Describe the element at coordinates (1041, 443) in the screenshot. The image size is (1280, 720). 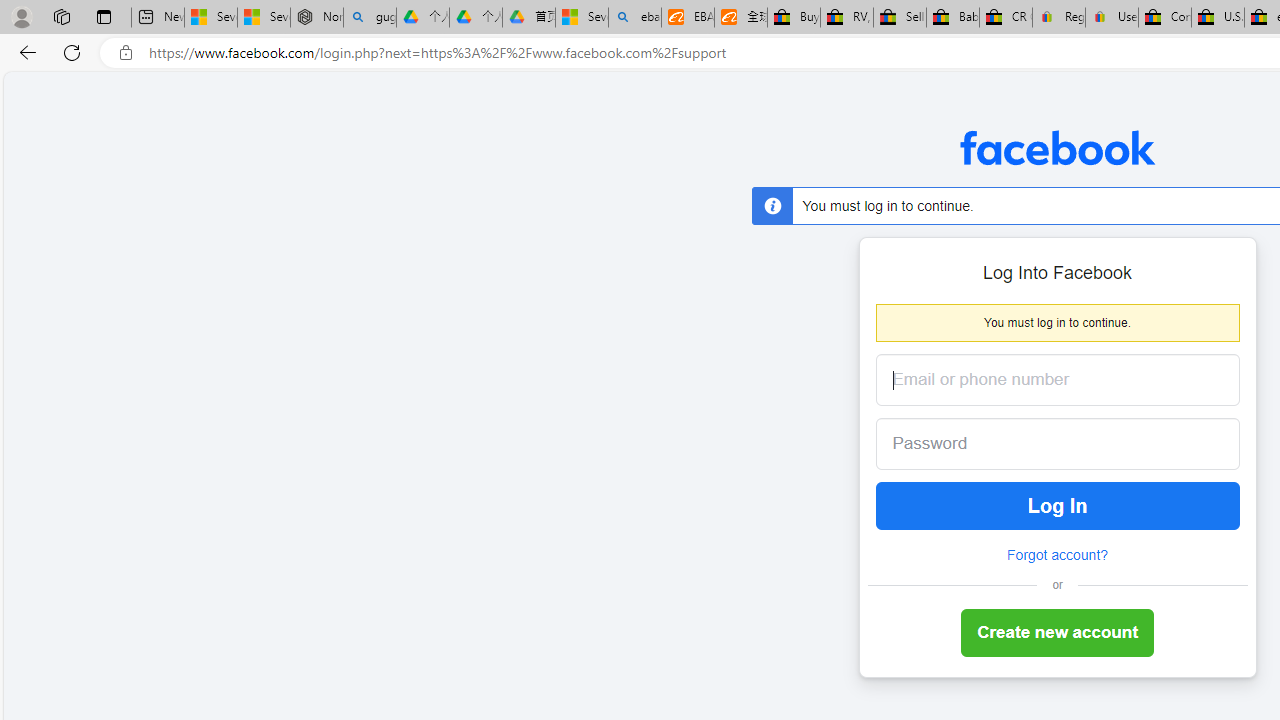
I see `'Password'` at that location.